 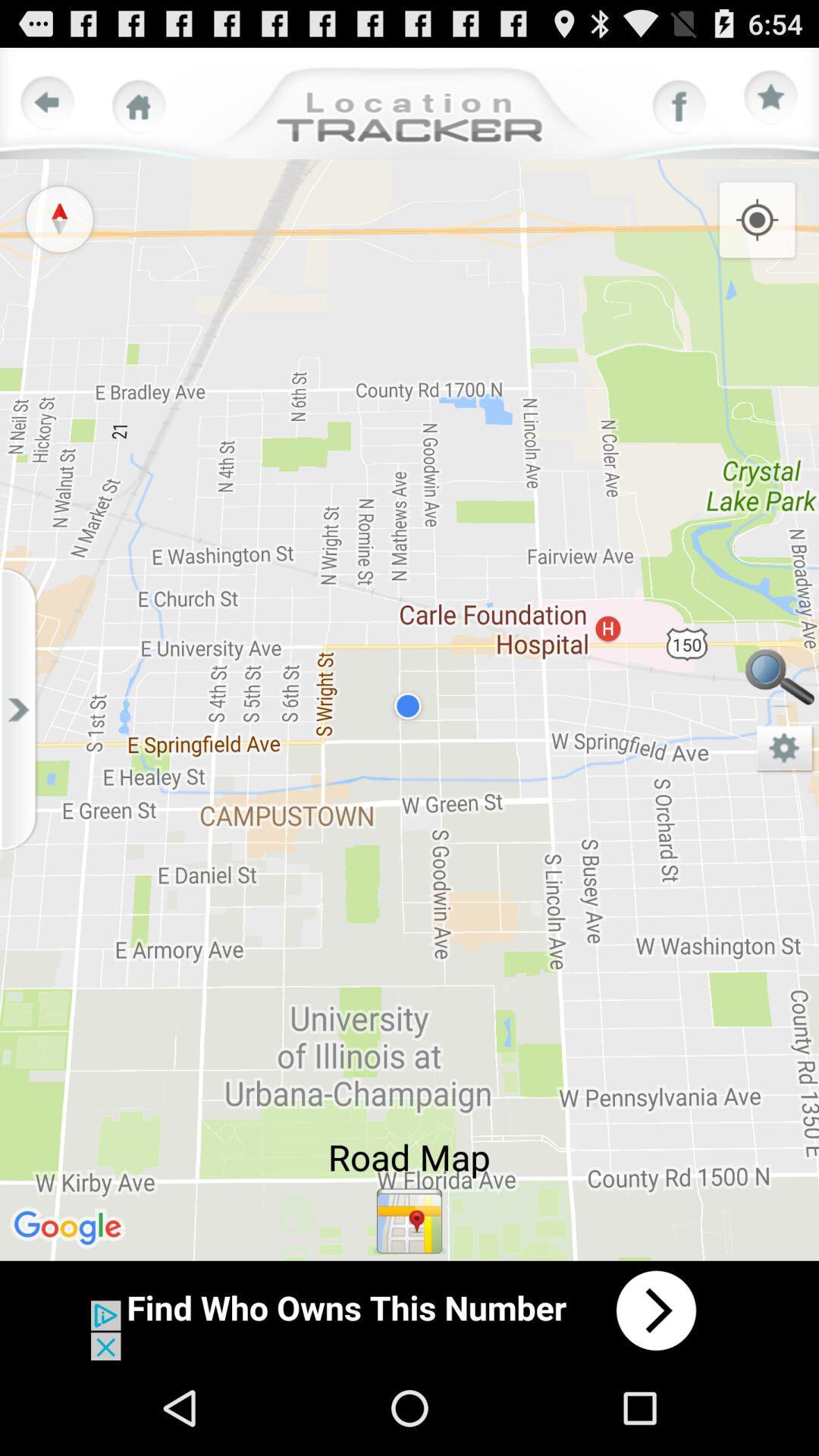 What do you see at coordinates (58, 234) in the screenshot?
I see `the explore icon` at bounding box center [58, 234].